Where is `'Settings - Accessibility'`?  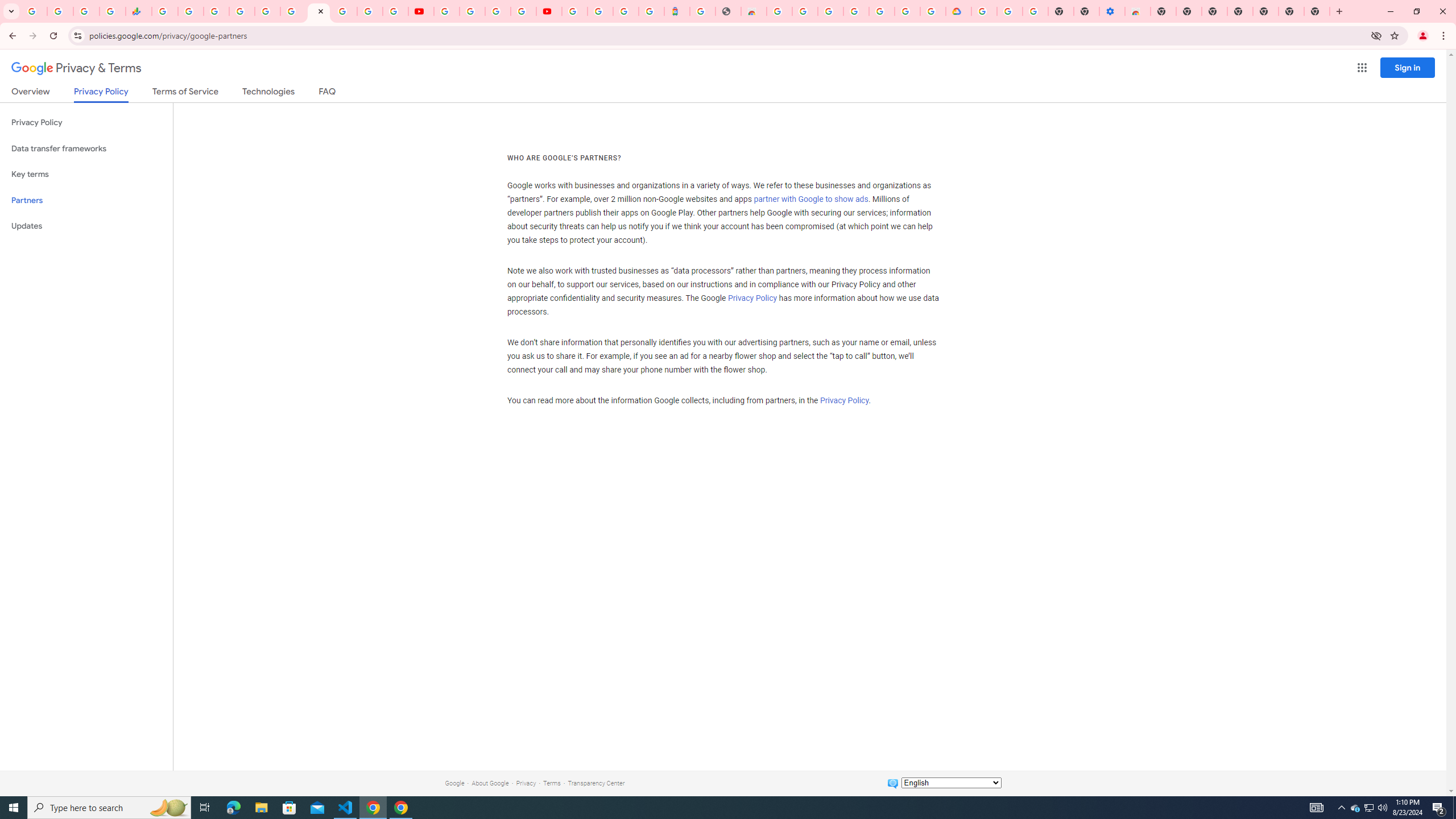
'Settings - Accessibility' is located at coordinates (1111, 11).